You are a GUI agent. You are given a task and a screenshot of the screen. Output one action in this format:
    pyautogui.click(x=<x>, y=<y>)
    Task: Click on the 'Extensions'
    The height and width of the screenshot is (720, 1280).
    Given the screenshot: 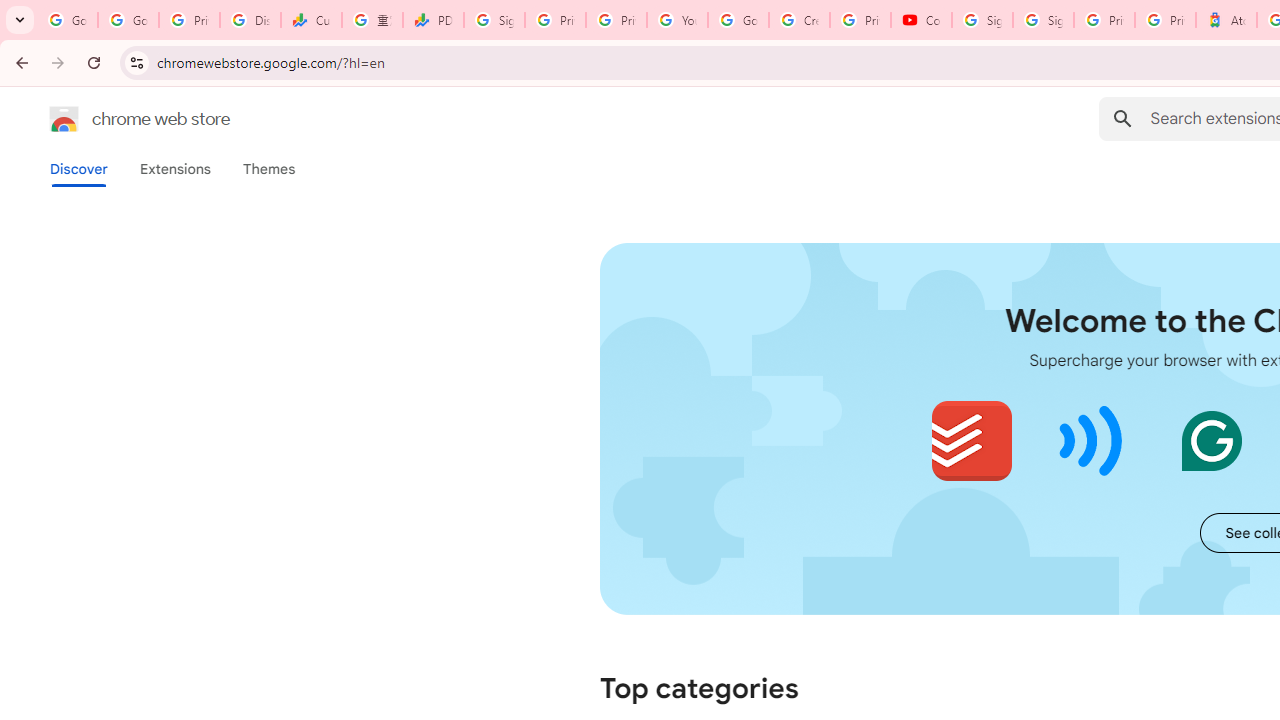 What is the action you would take?
    pyautogui.click(x=174, y=168)
    